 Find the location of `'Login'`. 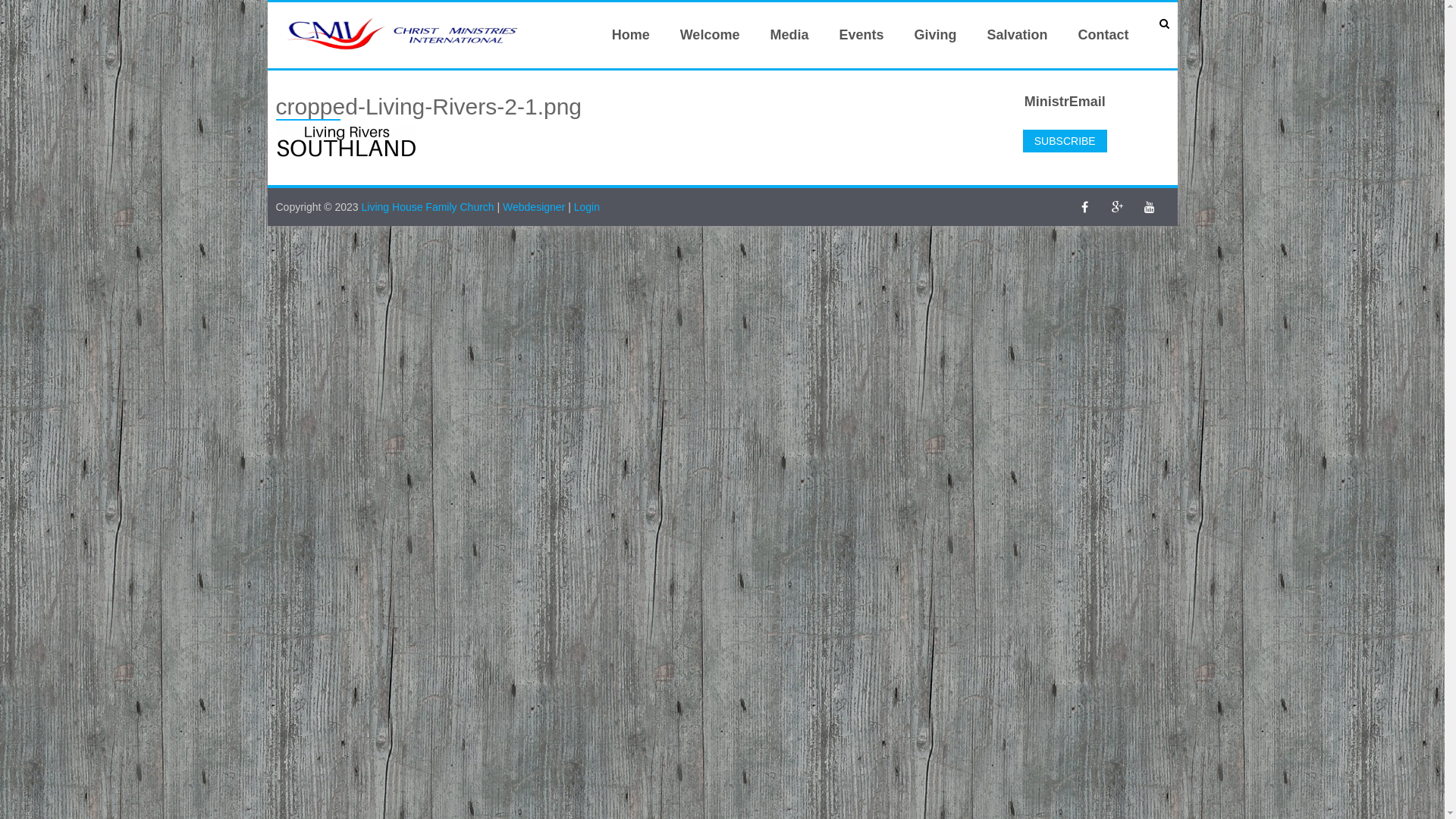

'Login' is located at coordinates (585, 207).